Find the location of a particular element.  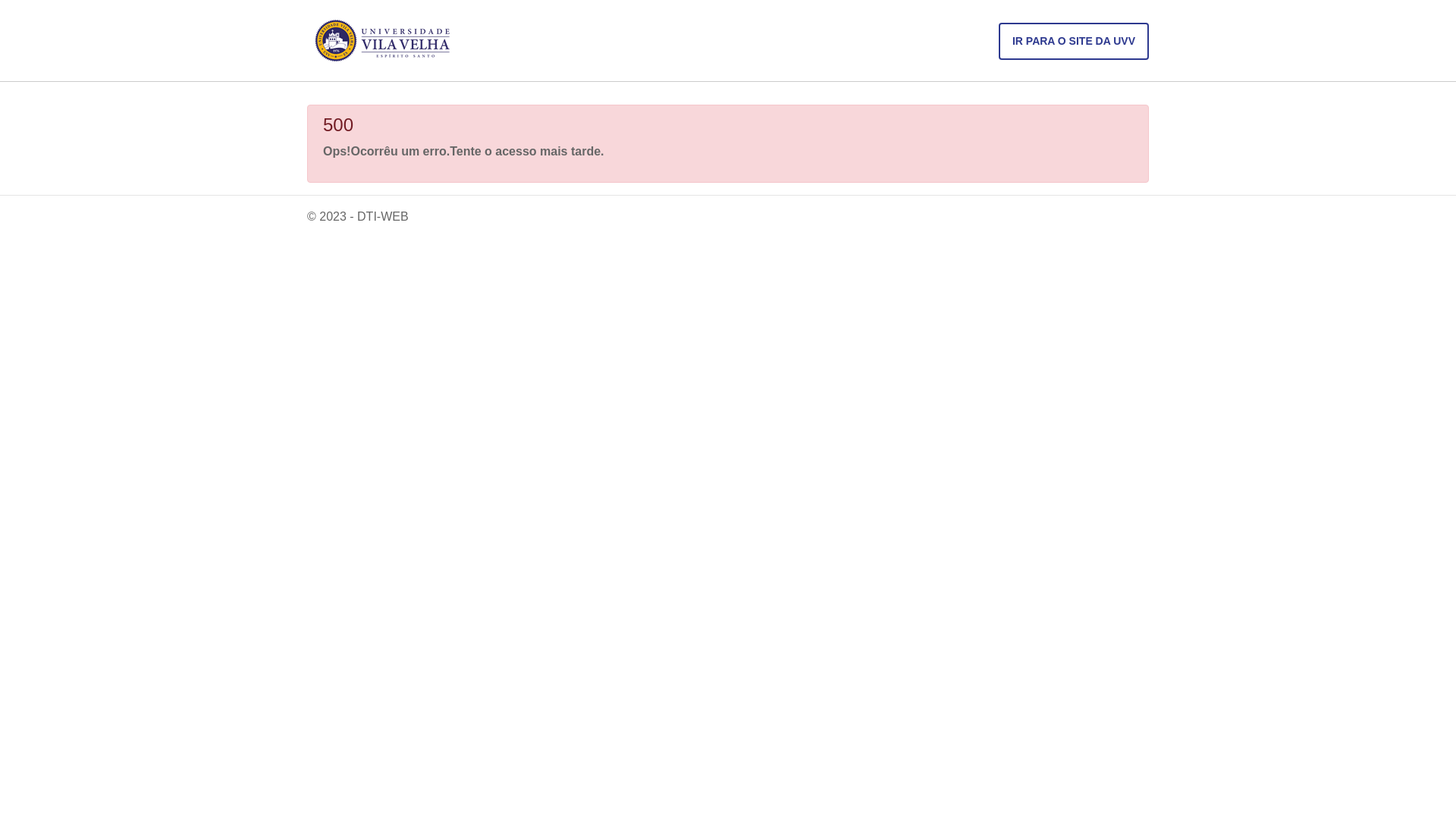

'IR PARA O SITE DA UVV' is located at coordinates (998, 40).